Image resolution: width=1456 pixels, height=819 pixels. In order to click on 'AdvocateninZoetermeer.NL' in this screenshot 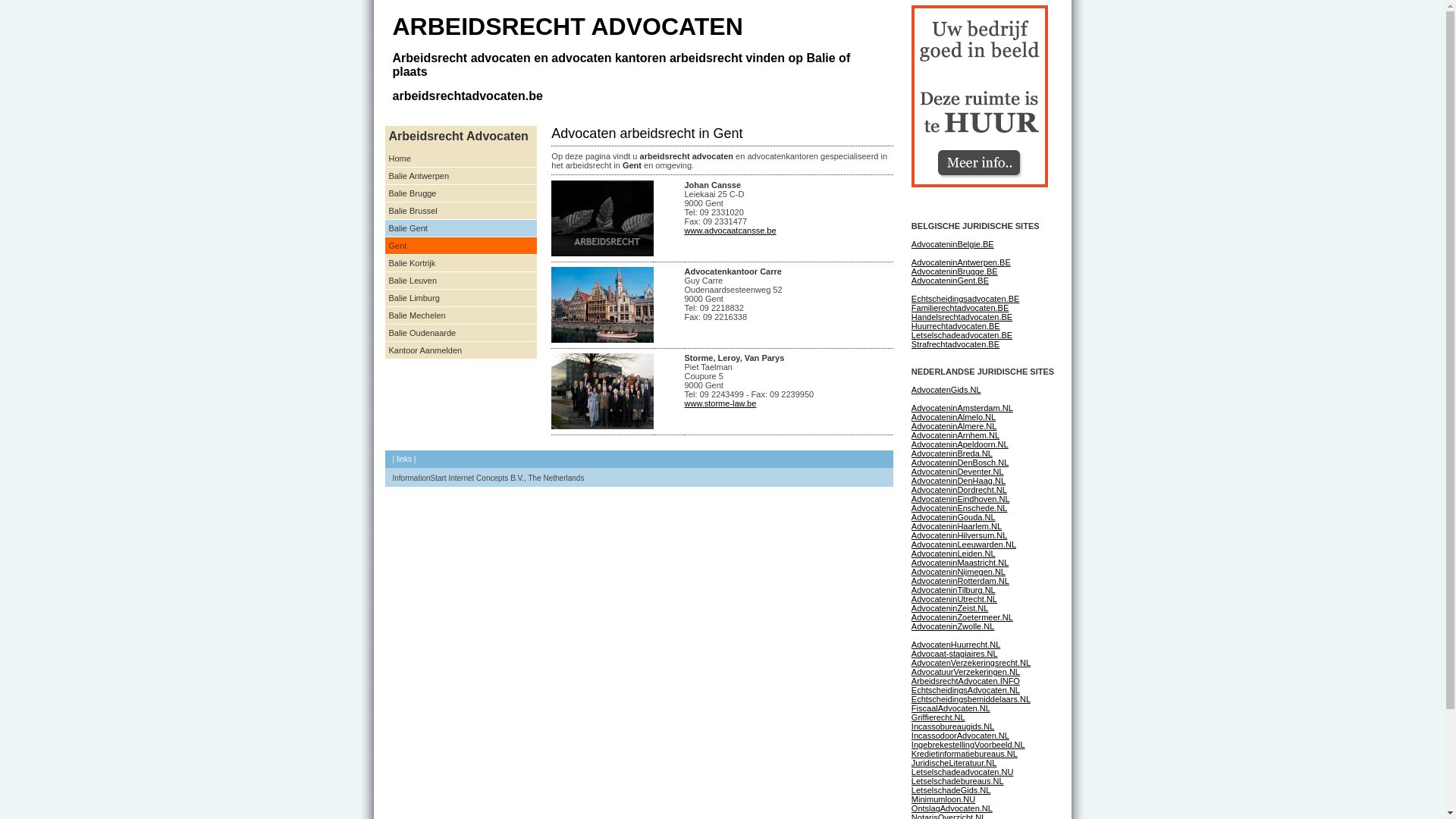, I will do `click(961, 617)`.